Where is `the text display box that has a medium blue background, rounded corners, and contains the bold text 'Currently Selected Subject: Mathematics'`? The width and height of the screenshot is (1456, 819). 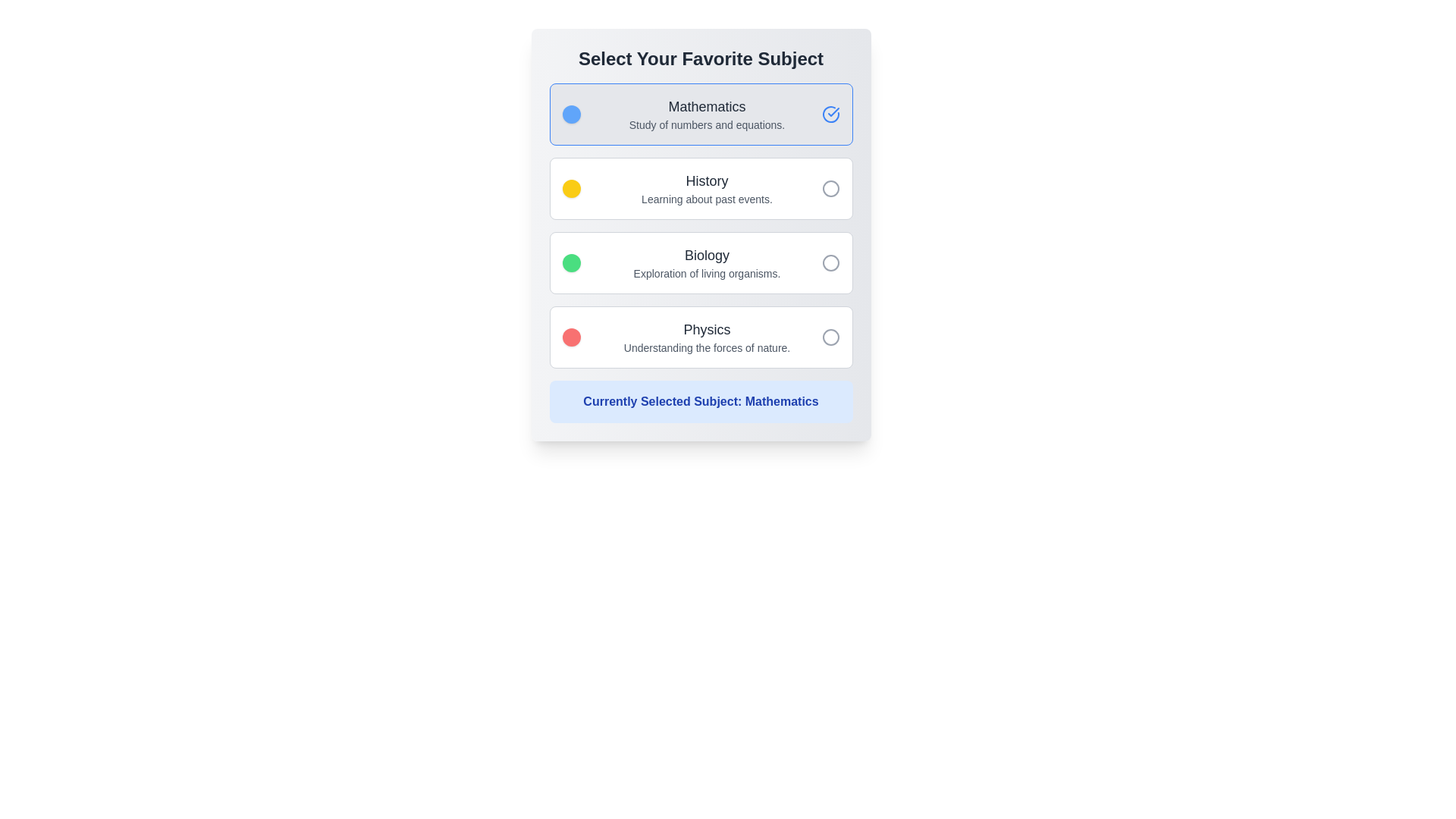
the text display box that has a medium blue background, rounded corners, and contains the bold text 'Currently Selected Subject: Mathematics' is located at coordinates (700, 400).